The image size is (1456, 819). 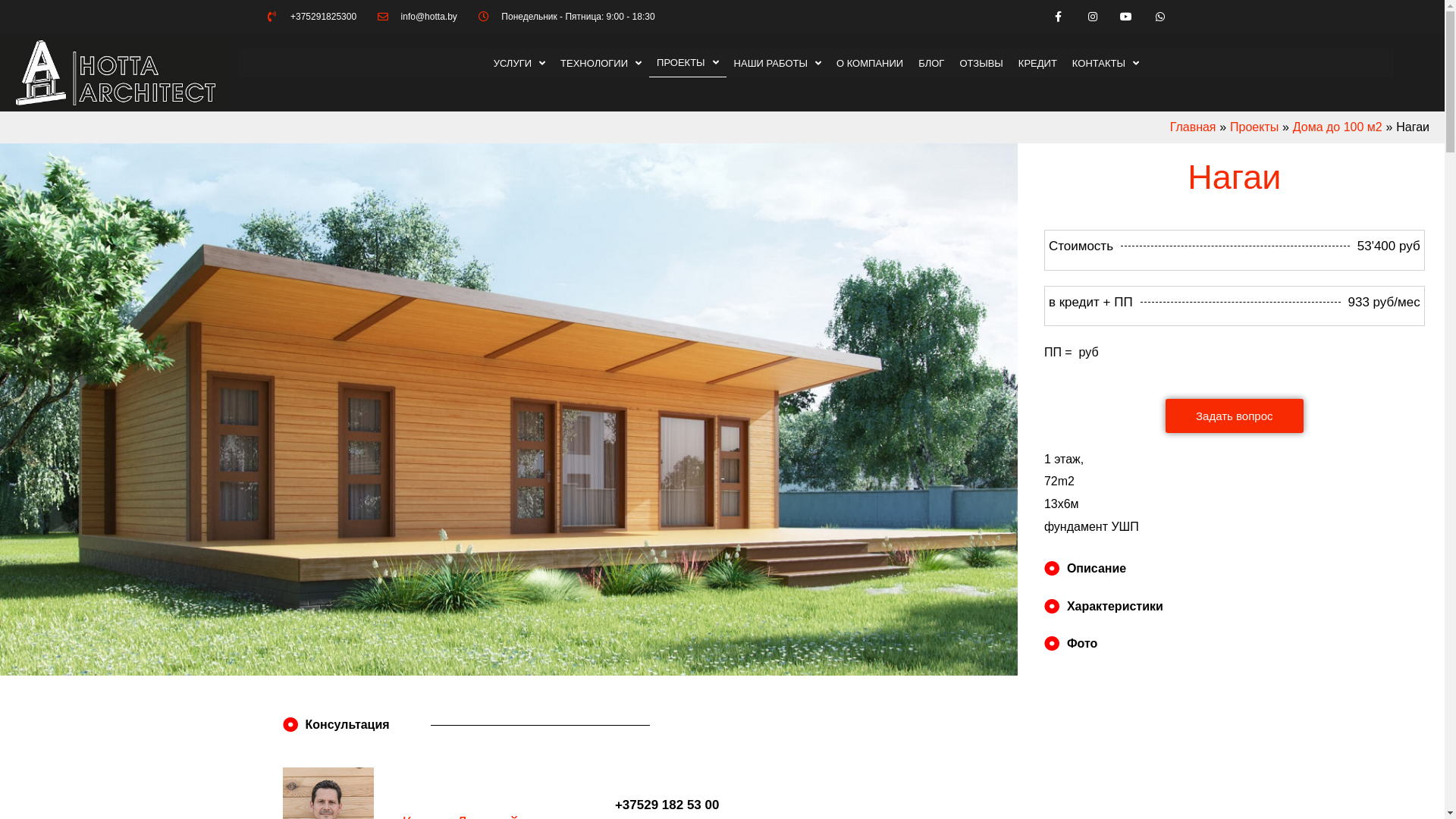 I want to click on '+37529 182 53 00', so click(x=659, y=804).